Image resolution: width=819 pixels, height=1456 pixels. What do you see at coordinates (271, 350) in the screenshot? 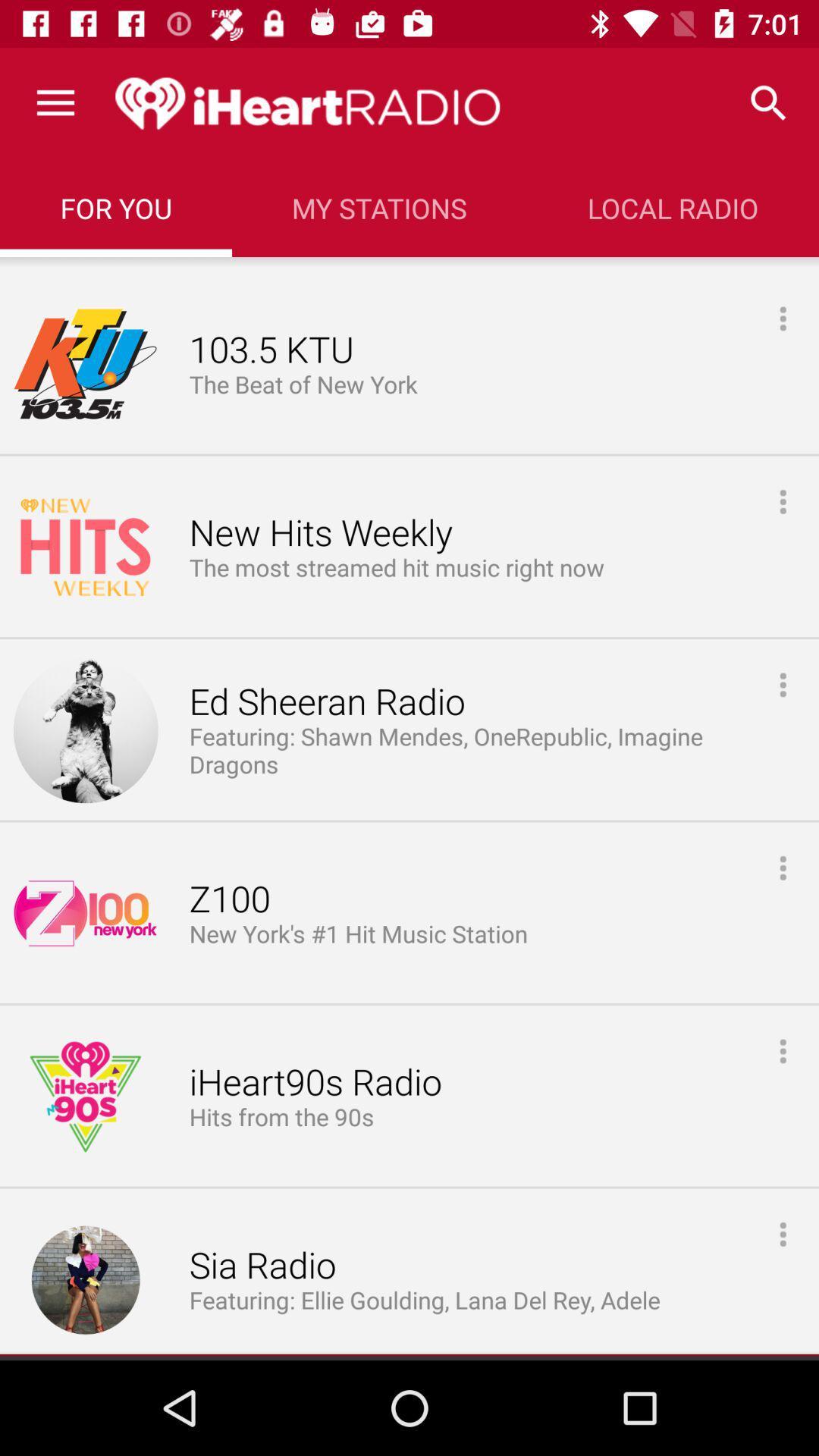
I see `the 103.5 ktu` at bounding box center [271, 350].